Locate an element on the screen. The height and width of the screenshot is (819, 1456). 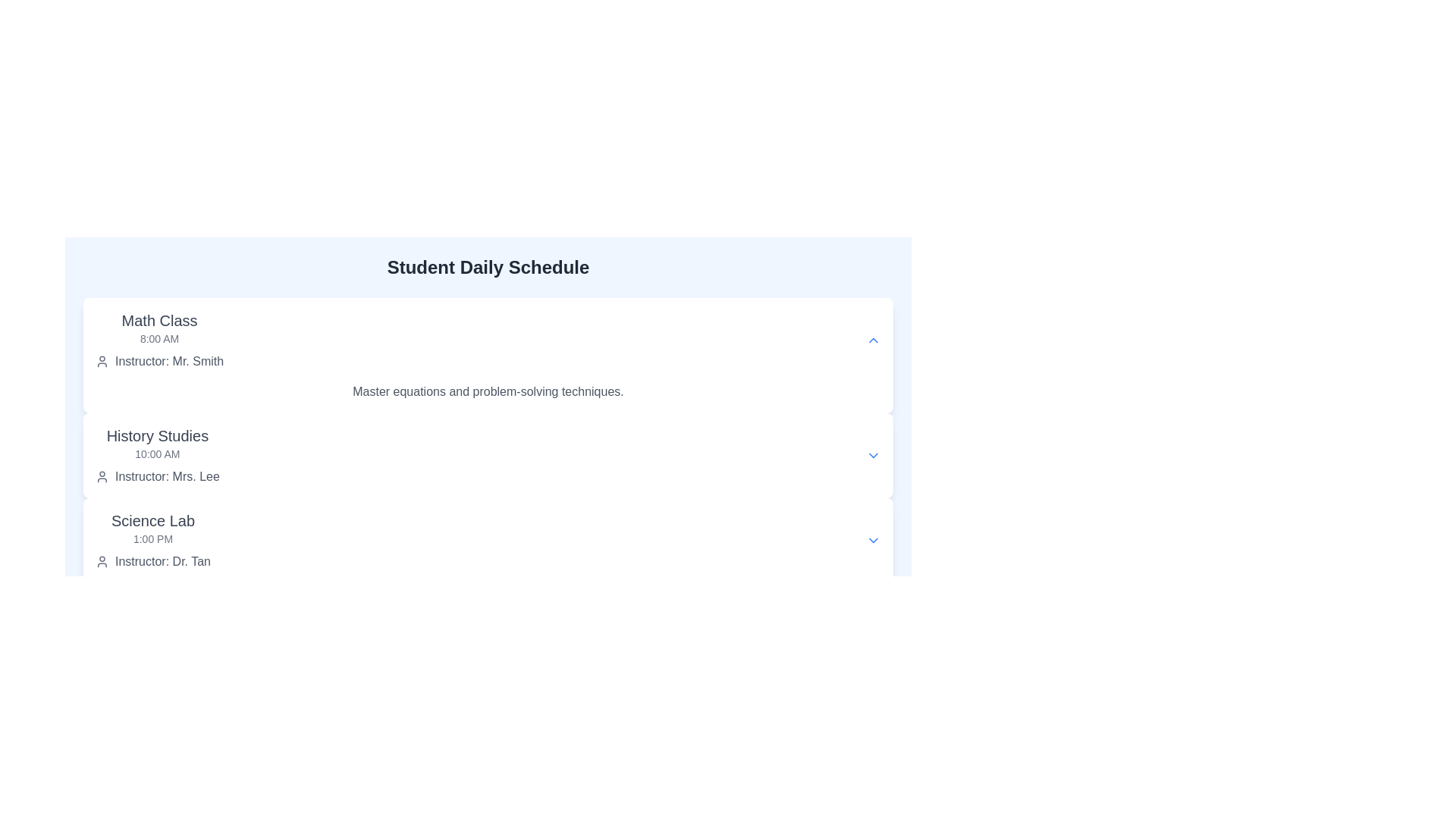
the user silhouette icon located in the 'History Studies' section, next to the text 'Instructor: Mrs. Lee' is located at coordinates (101, 475).